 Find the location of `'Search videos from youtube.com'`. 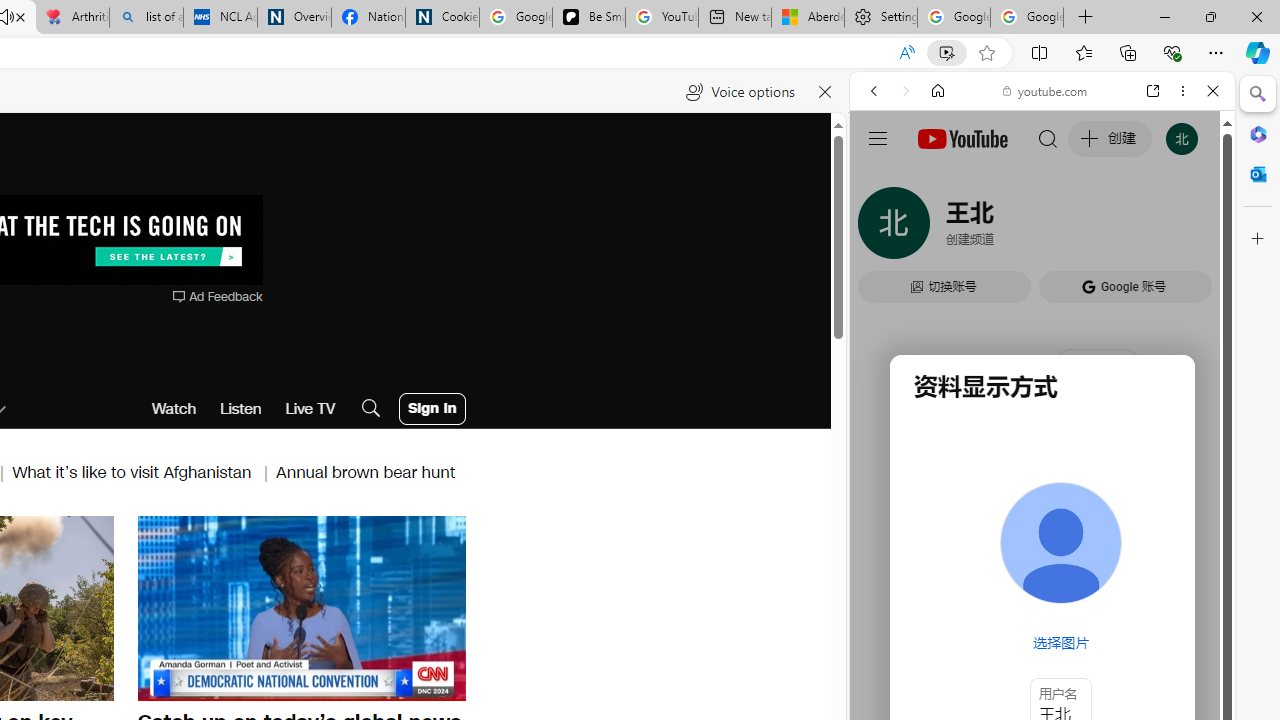

'Search videos from youtube.com' is located at coordinates (1006, 658).